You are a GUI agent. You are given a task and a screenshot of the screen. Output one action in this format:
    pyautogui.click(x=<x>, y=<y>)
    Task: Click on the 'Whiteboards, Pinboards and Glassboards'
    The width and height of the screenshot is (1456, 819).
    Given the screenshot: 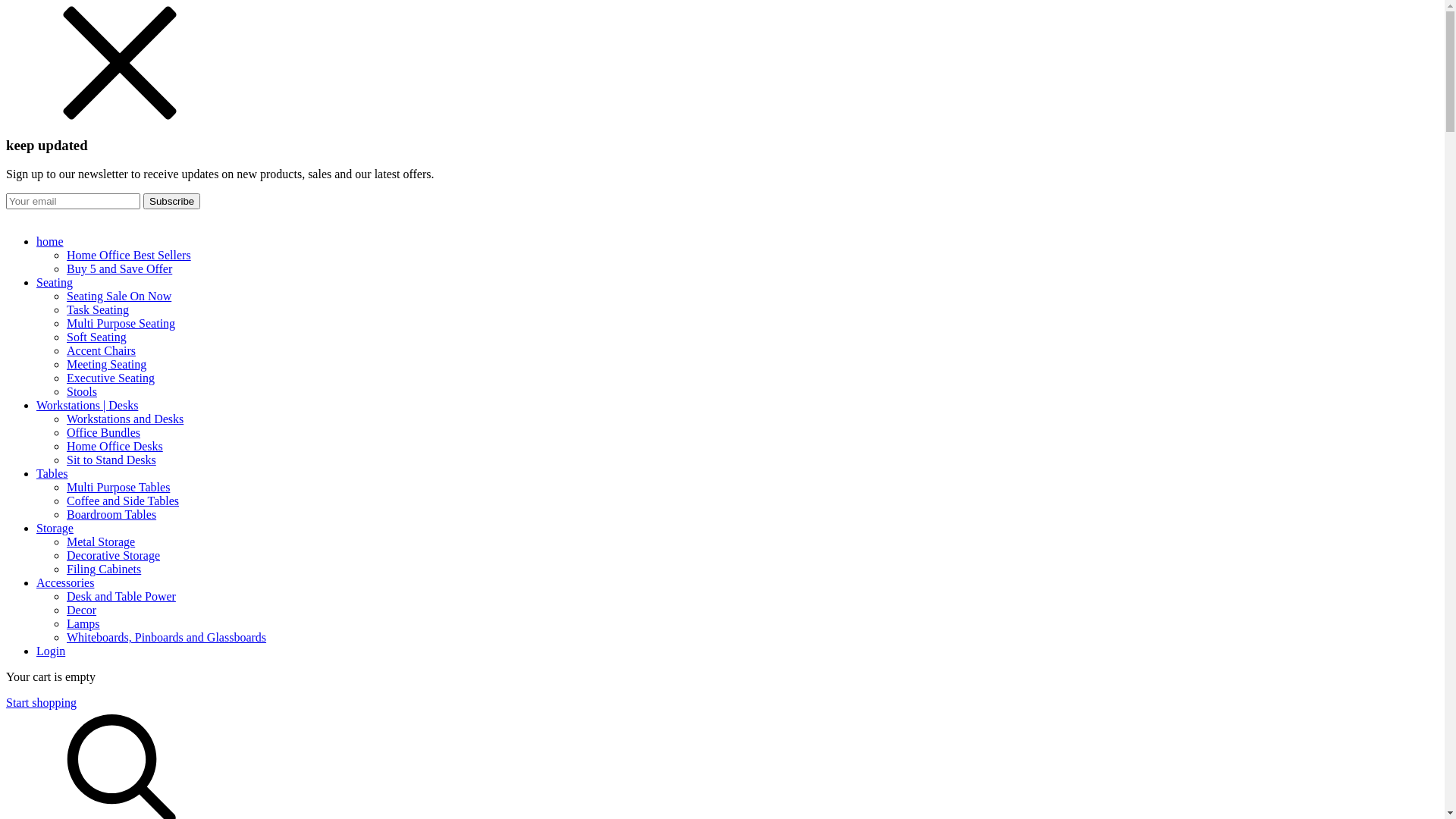 What is the action you would take?
    pyautogui.click(x=65, y=637)
    